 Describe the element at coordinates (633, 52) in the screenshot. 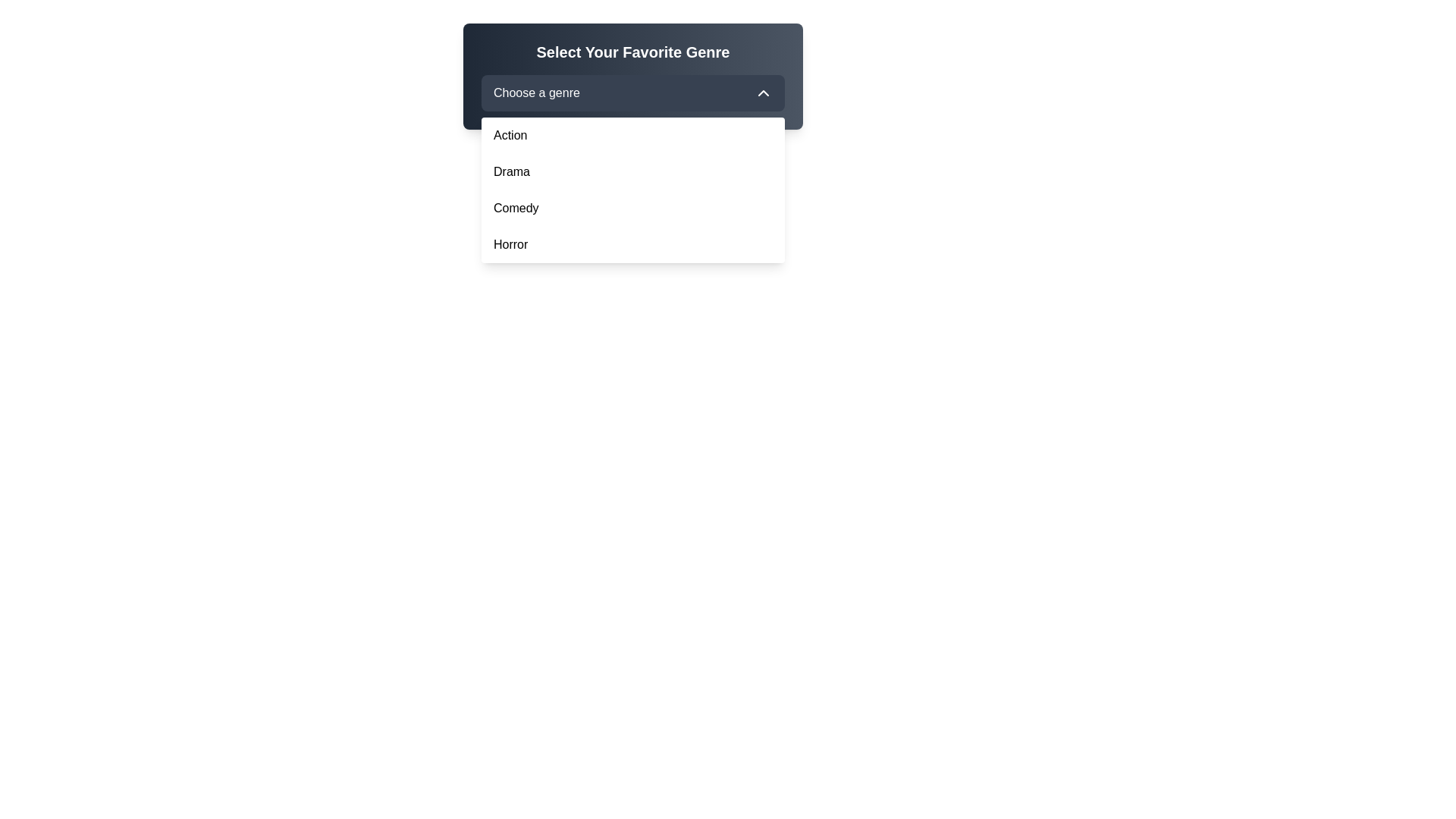

I see `'What this Text' header located at the top-left corner of the dark-themed panel above the 'Choose a genre' dropdown menu` at that location.